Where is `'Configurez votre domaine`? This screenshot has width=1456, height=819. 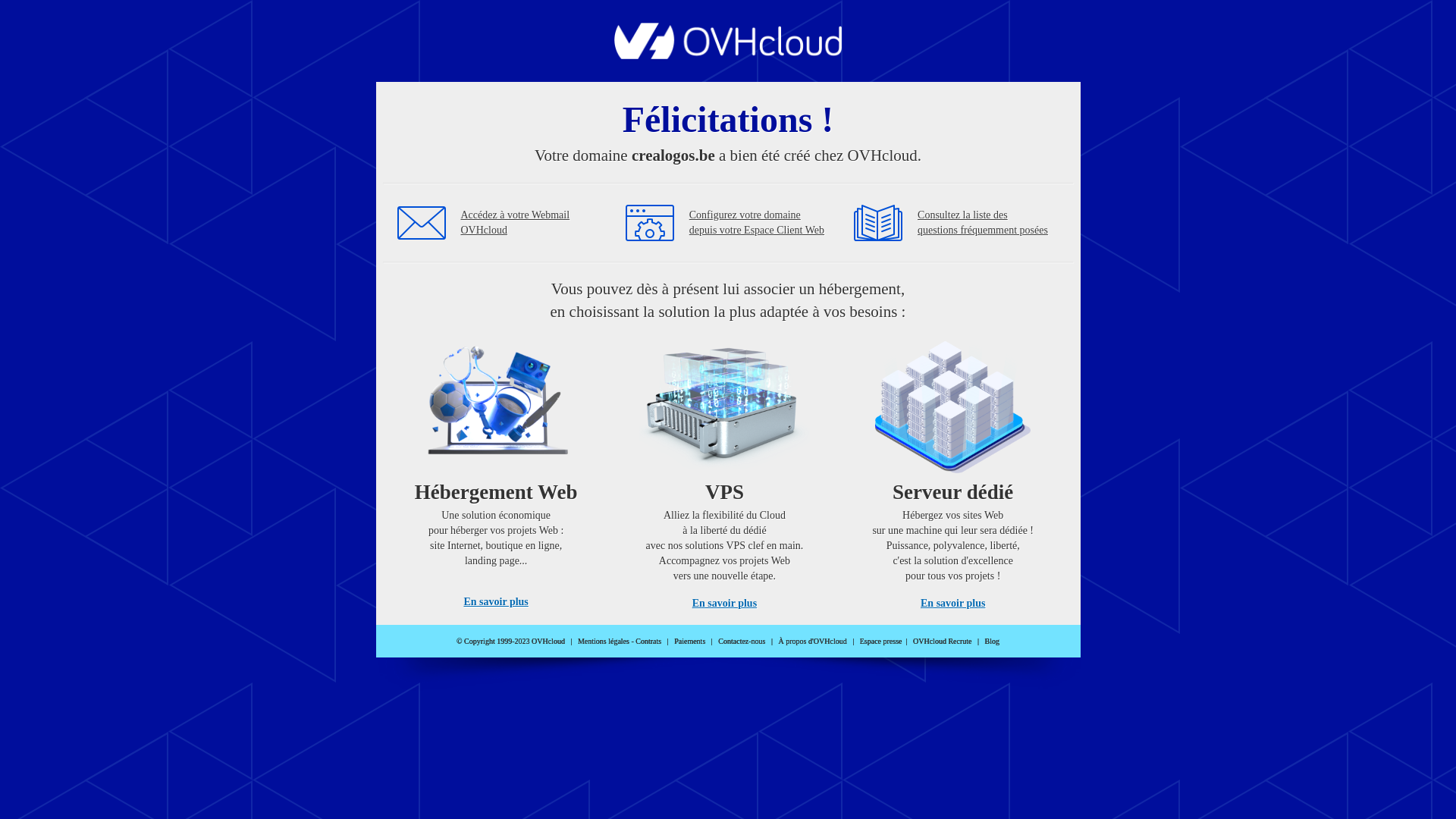 'Configurez votre domaine is located at coordinates (757, 222).